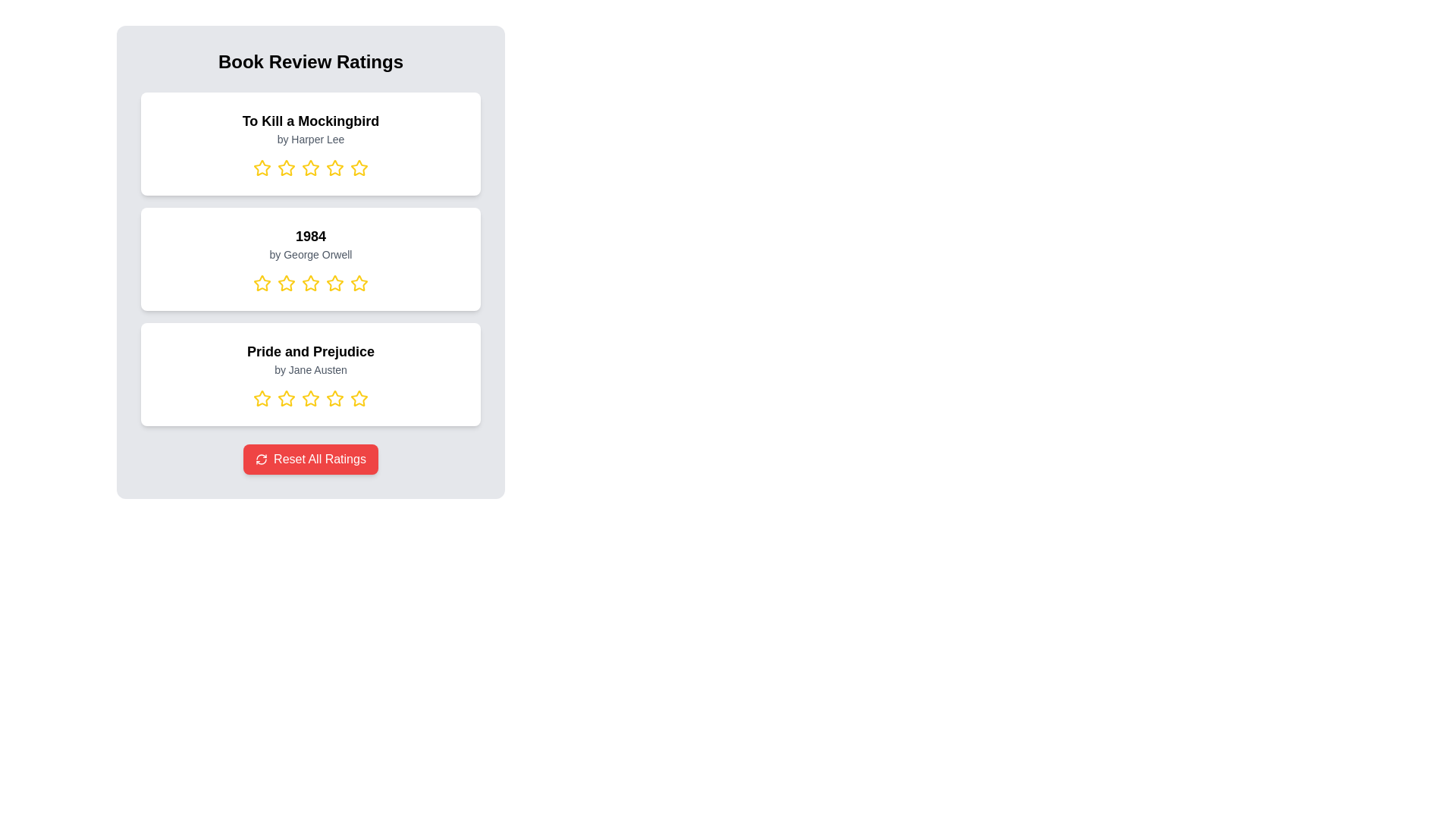 This screenshot has height=819, width=1456. I want to click on the 'Reset All Ratings' button to reset all ratings, so click(309, 458).